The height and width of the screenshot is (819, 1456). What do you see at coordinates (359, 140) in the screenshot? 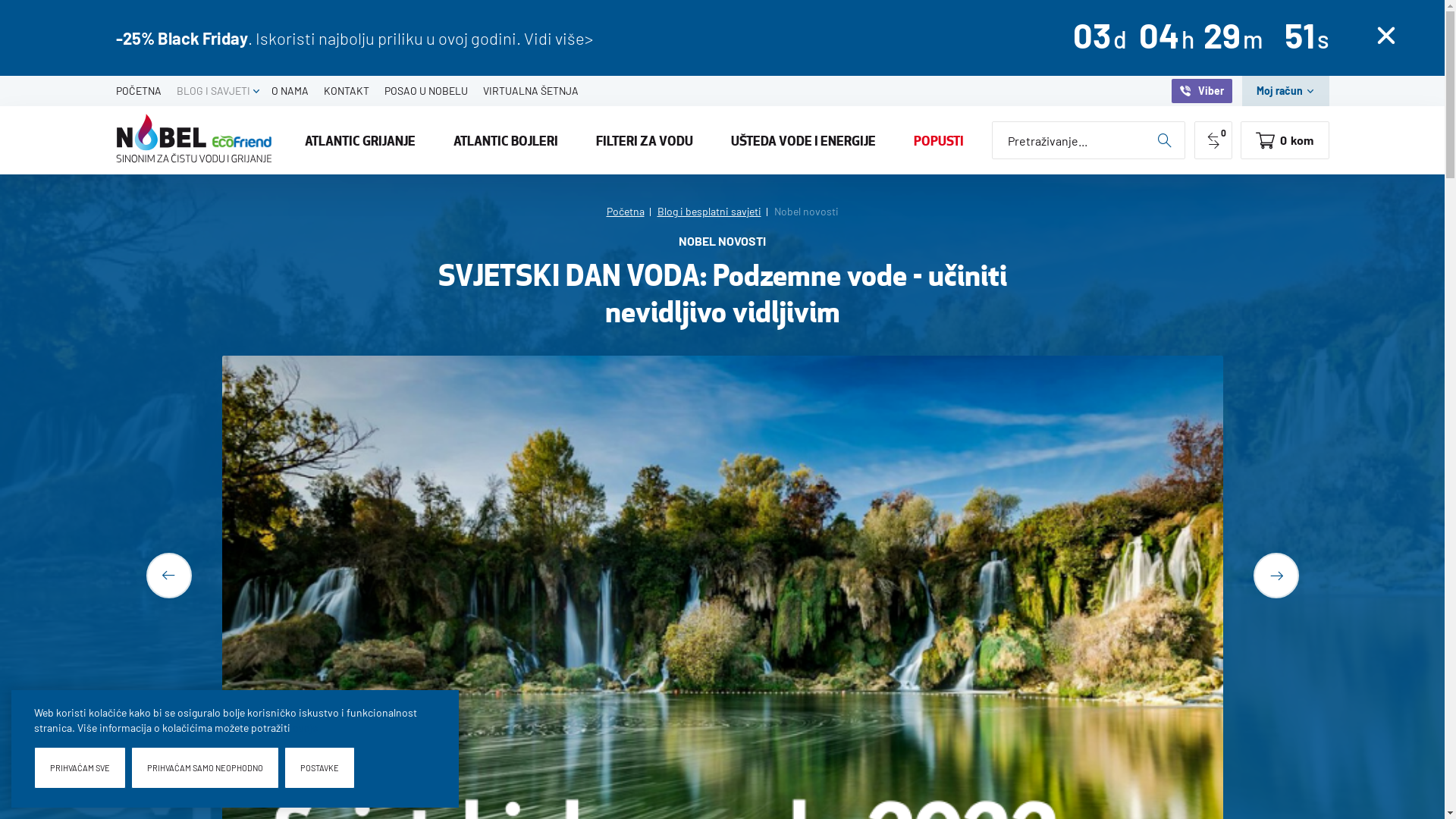
I see `'ATLANTIC GRIJANJE'` at bounding box center [359, 140].